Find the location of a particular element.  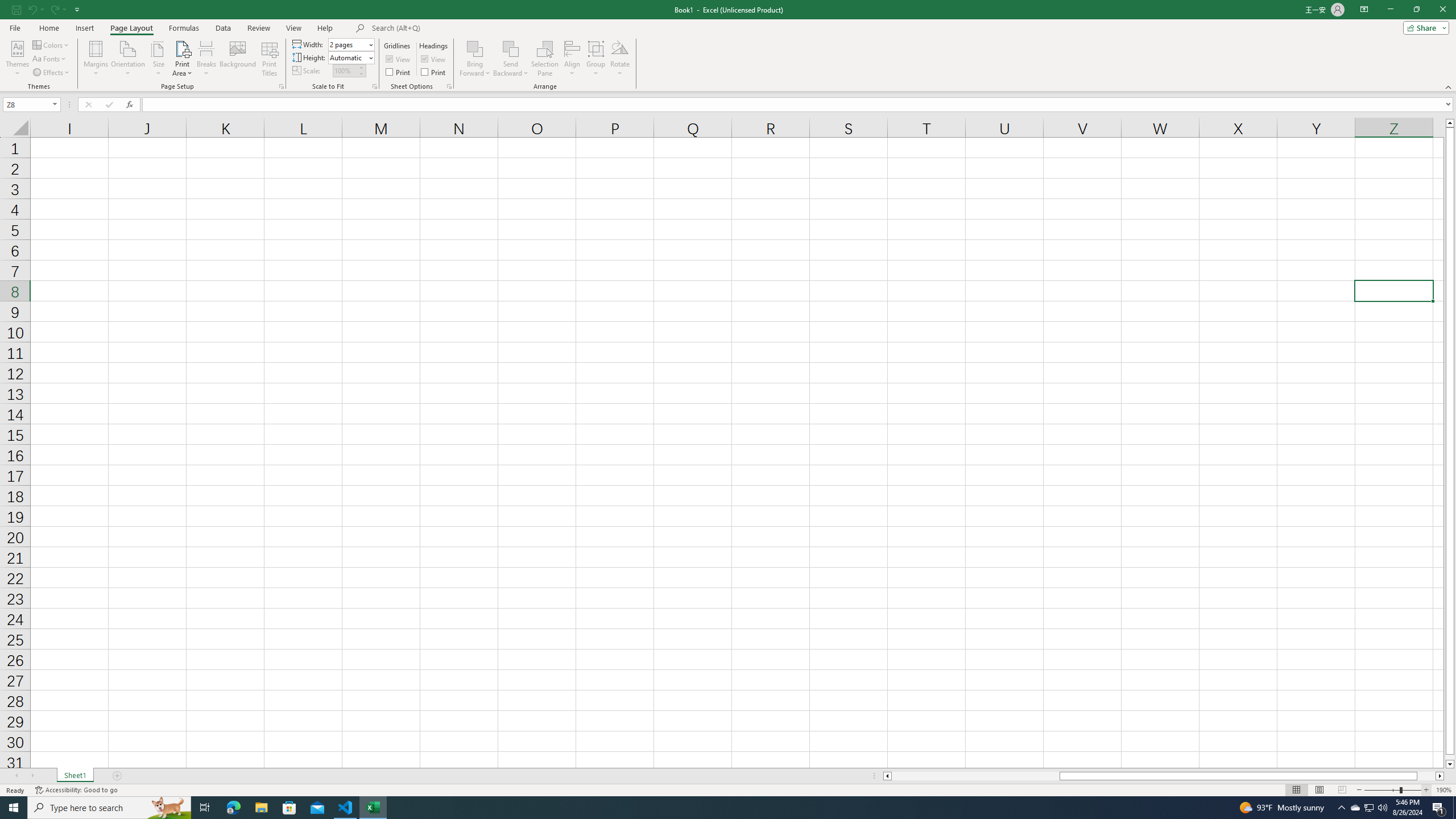

'Minimize' is located at coordinates (1389, 9).